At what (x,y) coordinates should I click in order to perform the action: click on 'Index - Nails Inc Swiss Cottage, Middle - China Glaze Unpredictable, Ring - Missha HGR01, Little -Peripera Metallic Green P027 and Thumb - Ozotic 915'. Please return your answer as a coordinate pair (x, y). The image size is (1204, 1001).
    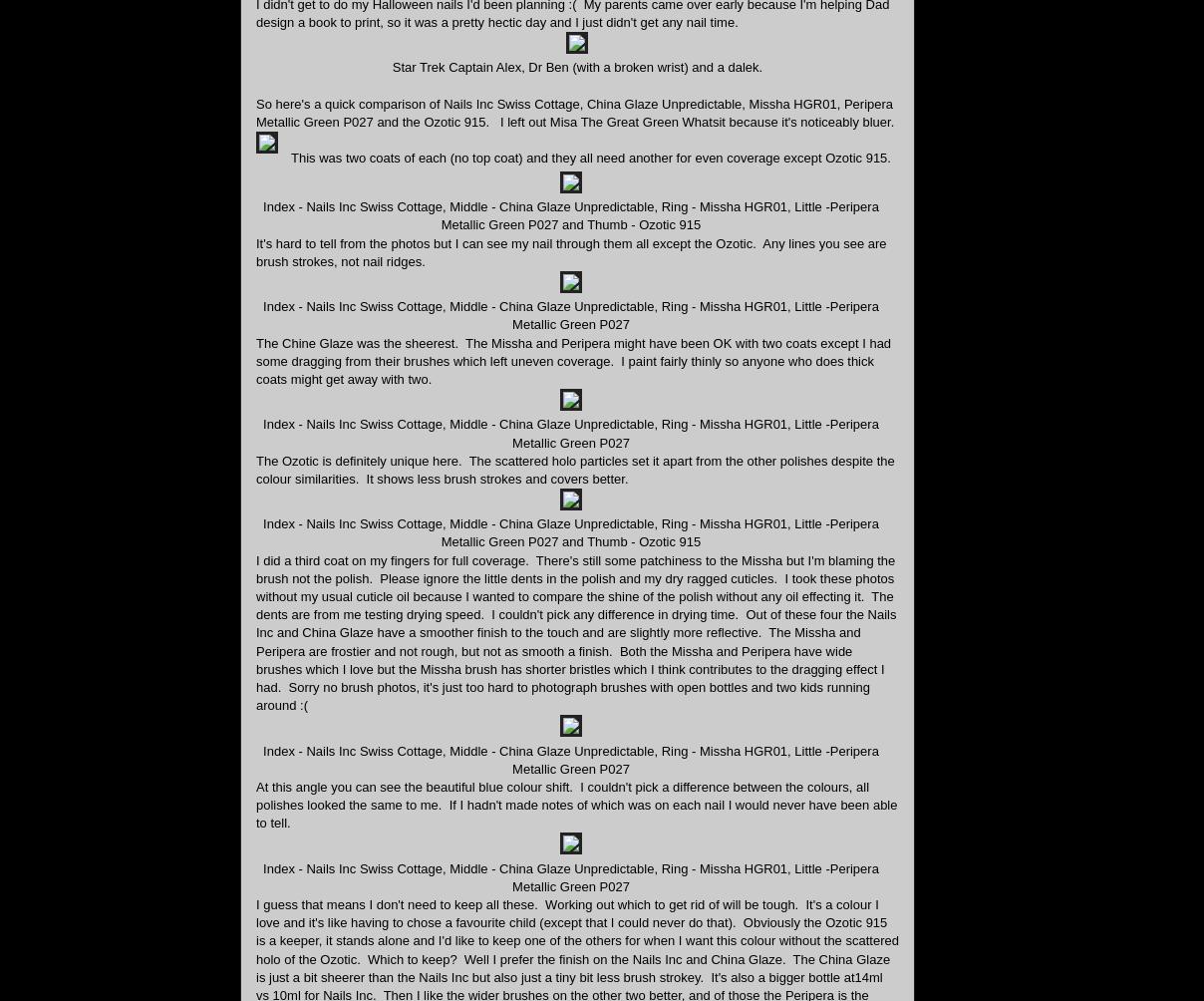
    Looking at the image, I should click on (570, 214).